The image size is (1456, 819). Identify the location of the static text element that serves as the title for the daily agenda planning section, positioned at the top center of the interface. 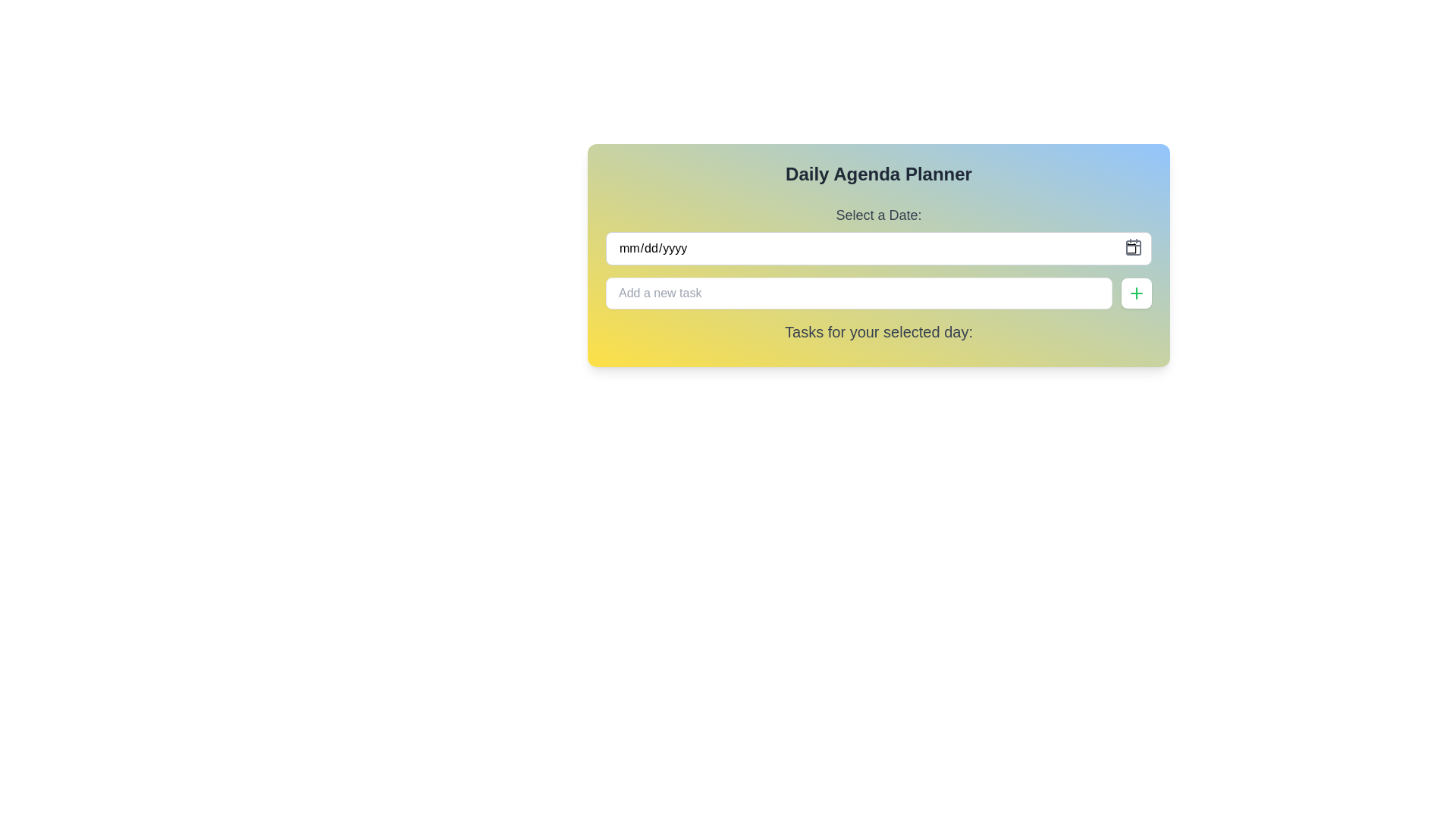
(878, 174).